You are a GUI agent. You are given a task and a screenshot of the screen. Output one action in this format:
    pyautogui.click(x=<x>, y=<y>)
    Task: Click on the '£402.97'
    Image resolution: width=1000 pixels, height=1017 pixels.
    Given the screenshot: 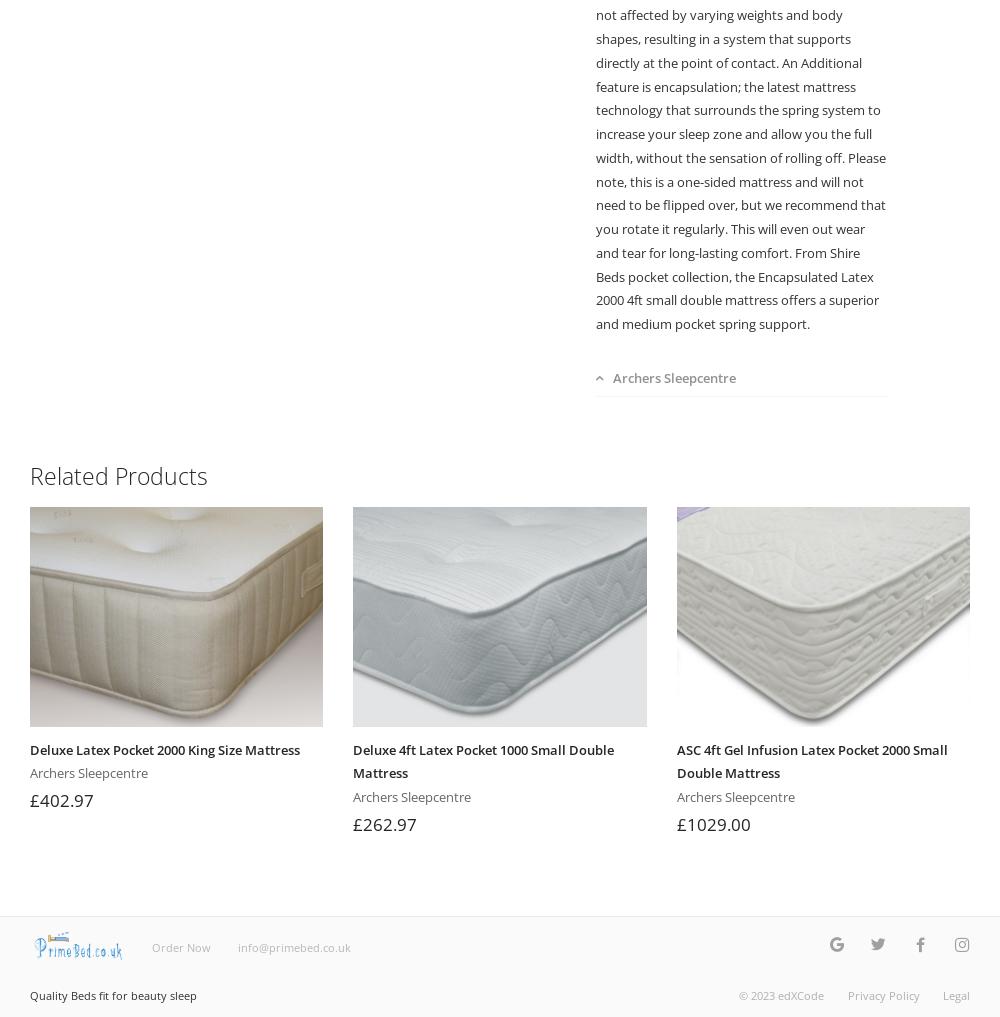 What is the action you would take?
    pyautogui.click(x=62, y=798)
    